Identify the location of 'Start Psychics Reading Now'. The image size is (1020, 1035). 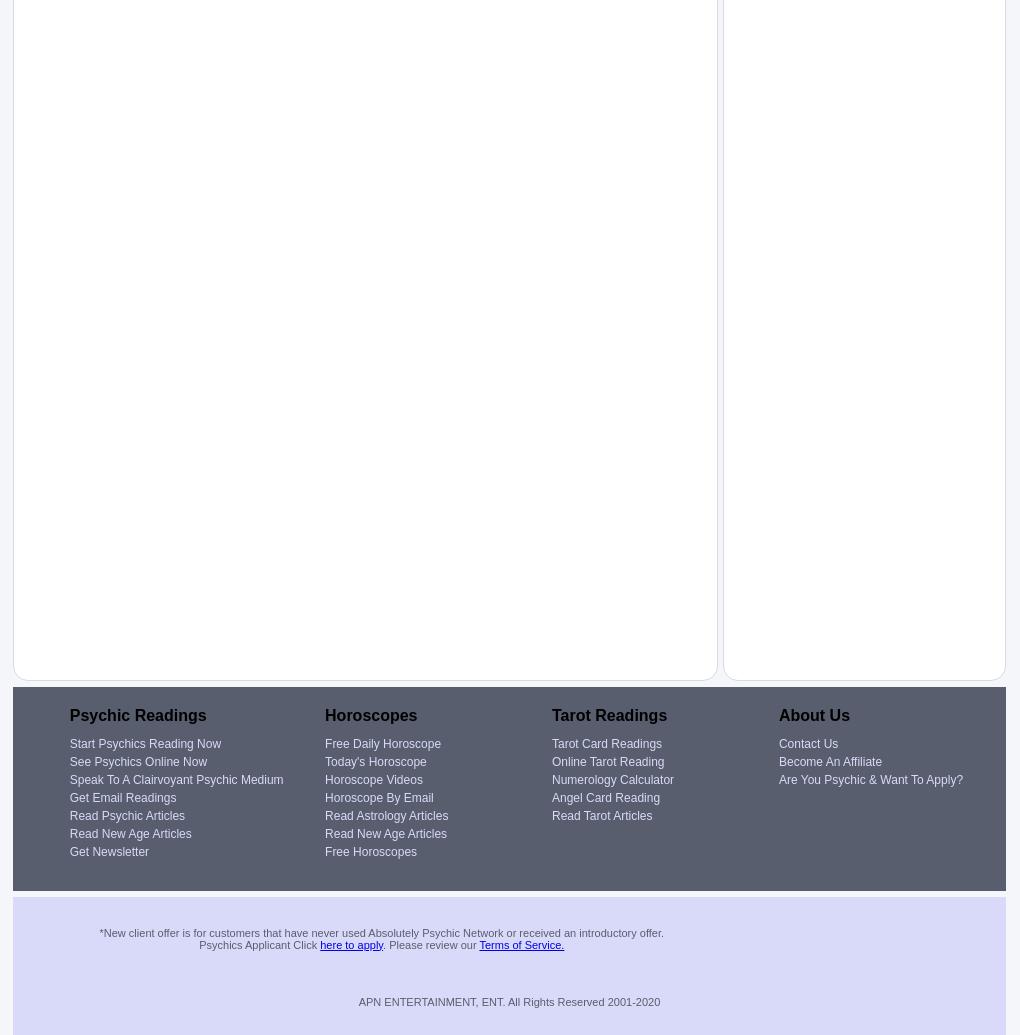
(145, 742).